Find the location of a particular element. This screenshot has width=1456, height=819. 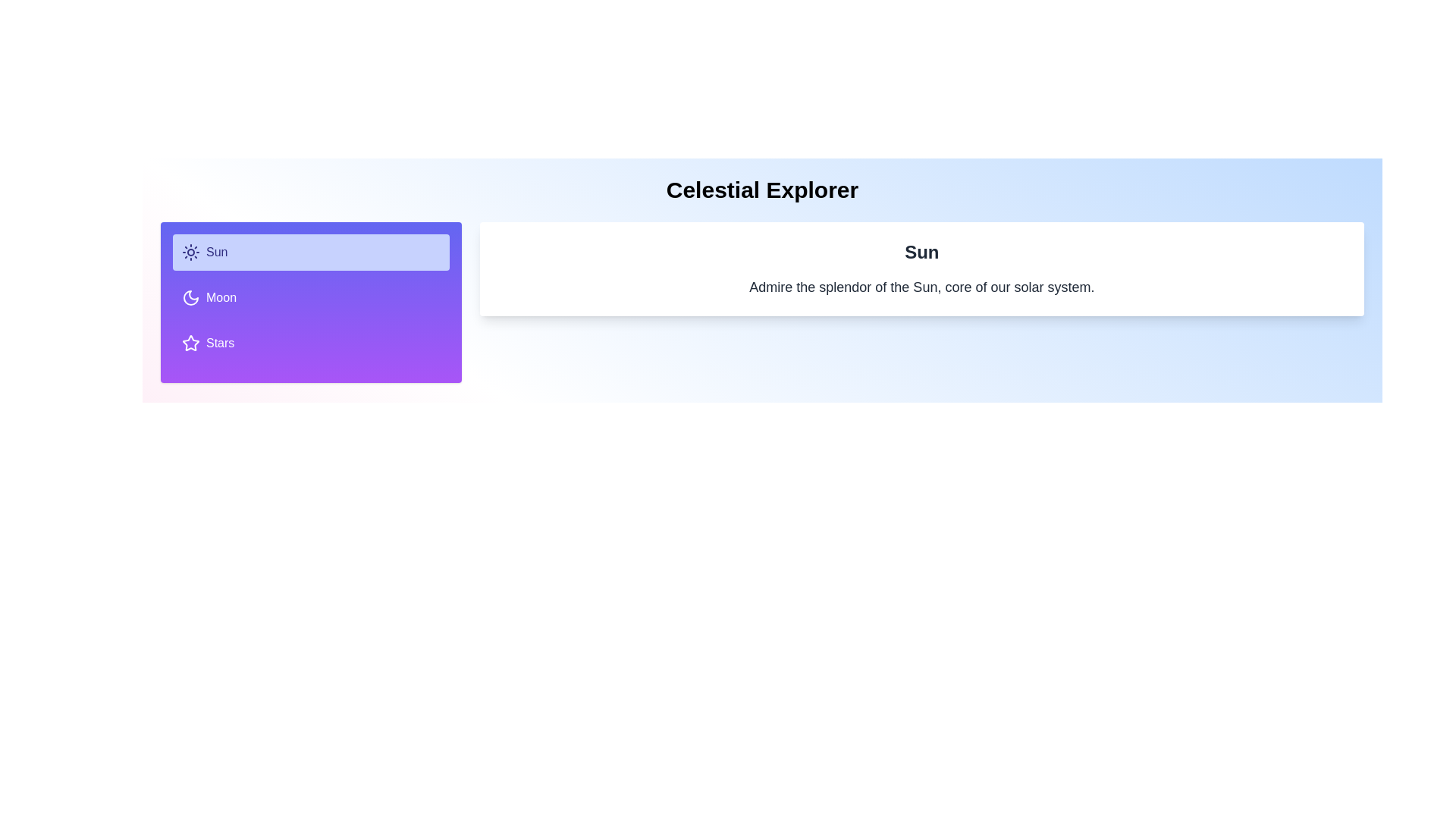

the tab labeled Sun is located at coordinates (310, 251).